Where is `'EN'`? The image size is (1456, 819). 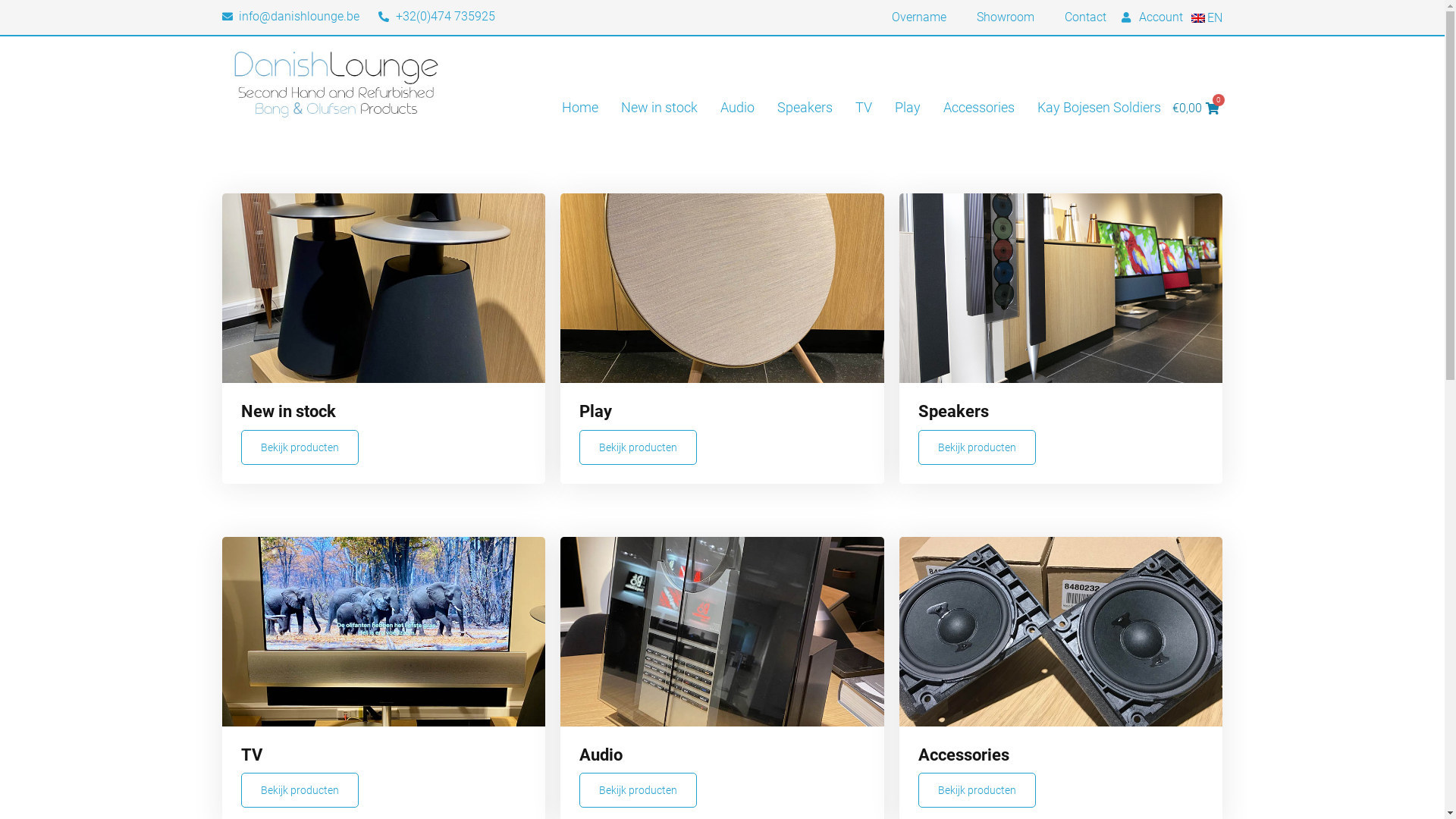
'EN' is located at coordinates (1205, 17).